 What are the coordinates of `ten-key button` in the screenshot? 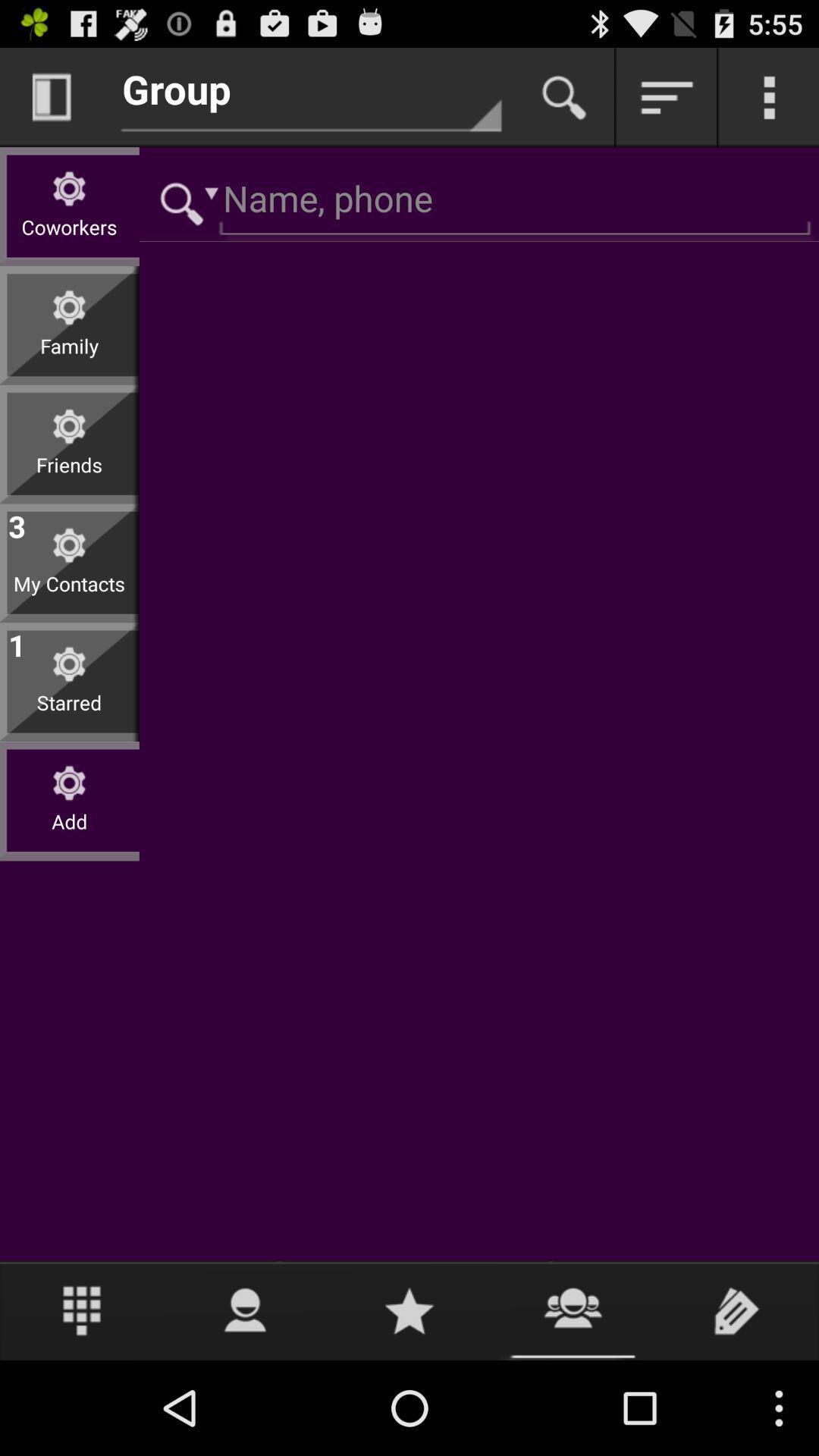 It's located at (82, 1310).